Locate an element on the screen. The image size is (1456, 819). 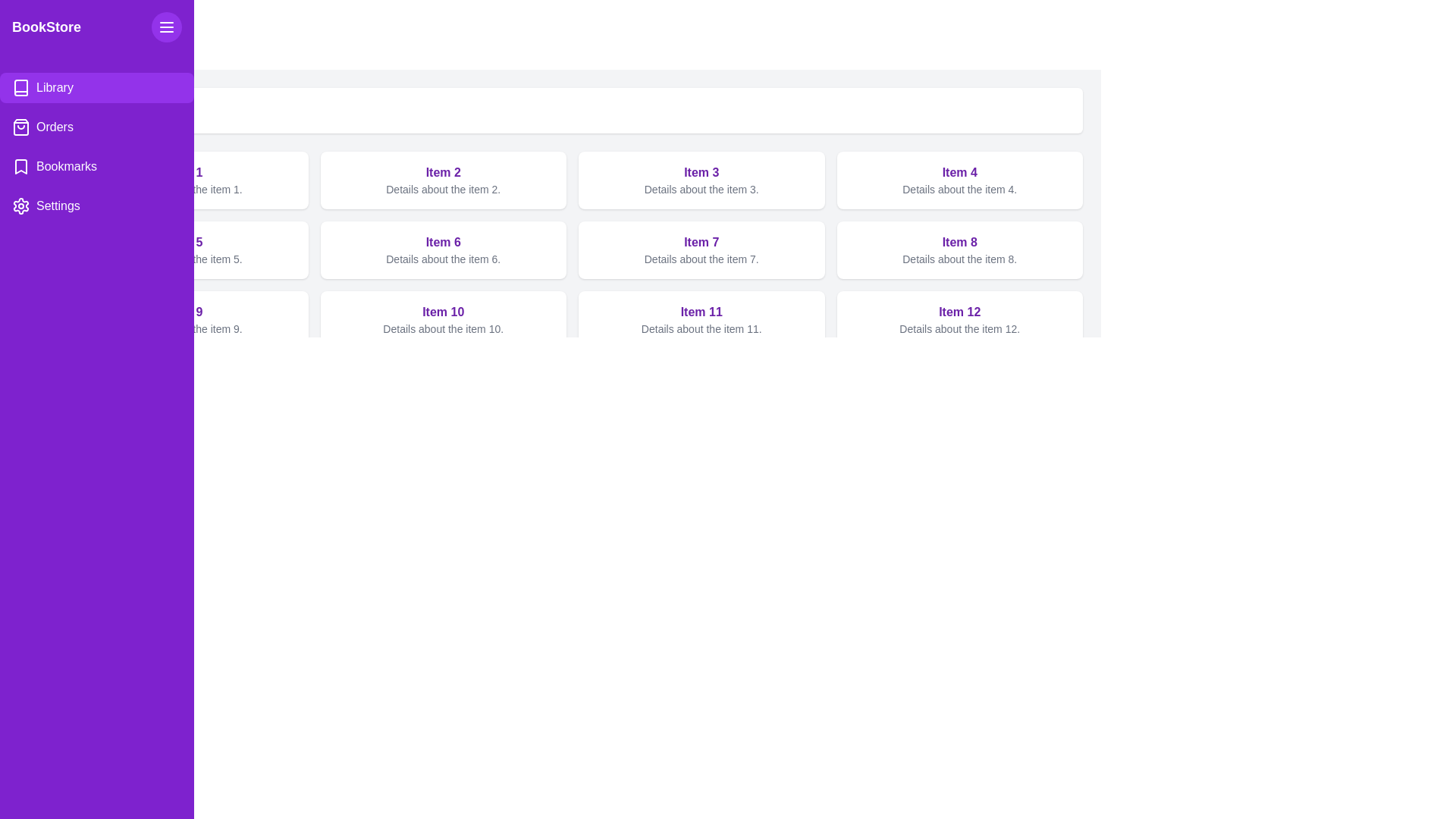
the bookmark icon in the left navigation panel, which is a minimalist SVG graphic located next to the 'Bookmarks' text label is located at coordinates (21, 166).